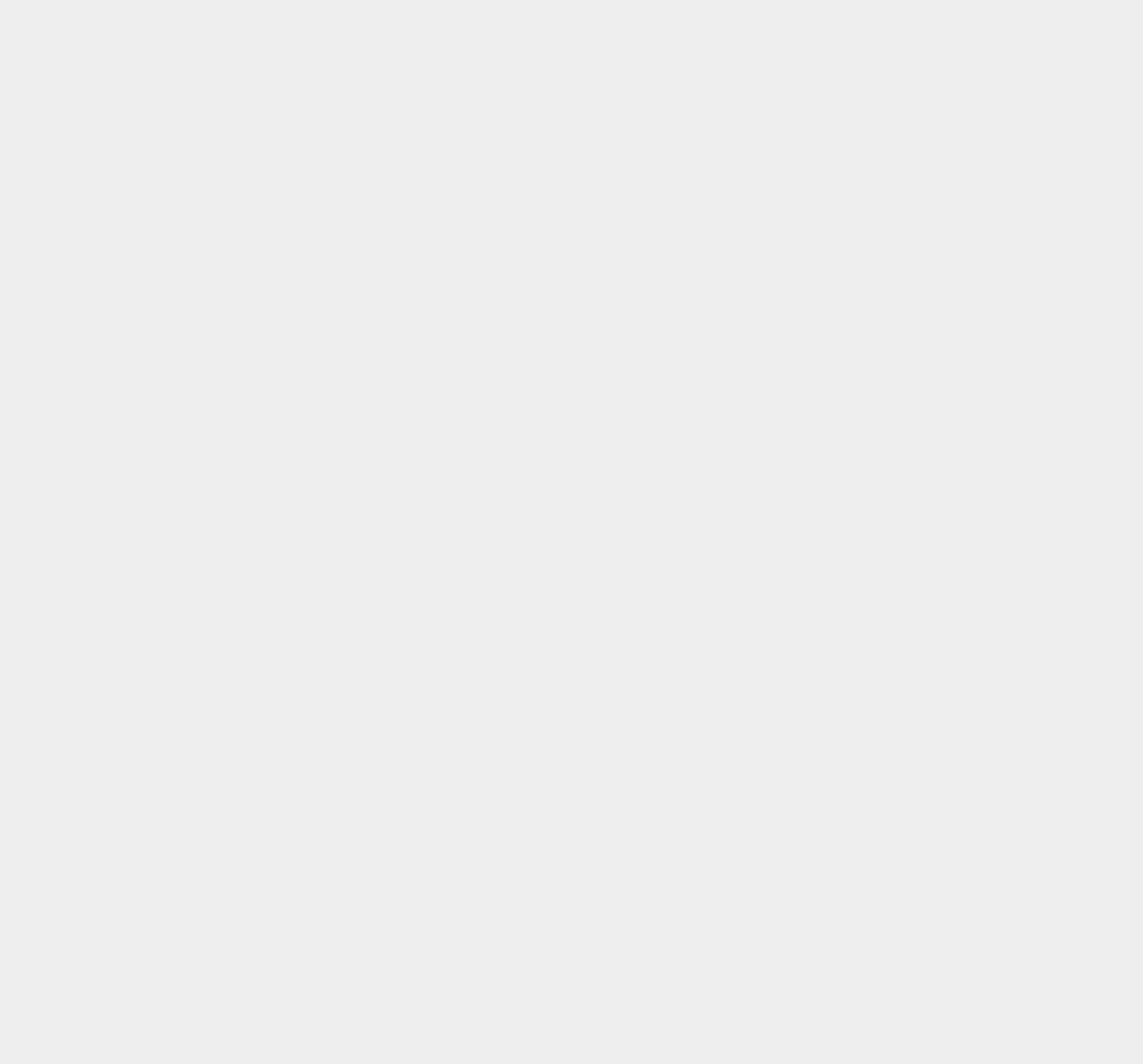 The width and height of the screenshot is (1143, 1064). What do you see at coordinates (847, 220) in the screenshot?
I see `'OS X 10.10.1'` at bounding box center [847, 220].